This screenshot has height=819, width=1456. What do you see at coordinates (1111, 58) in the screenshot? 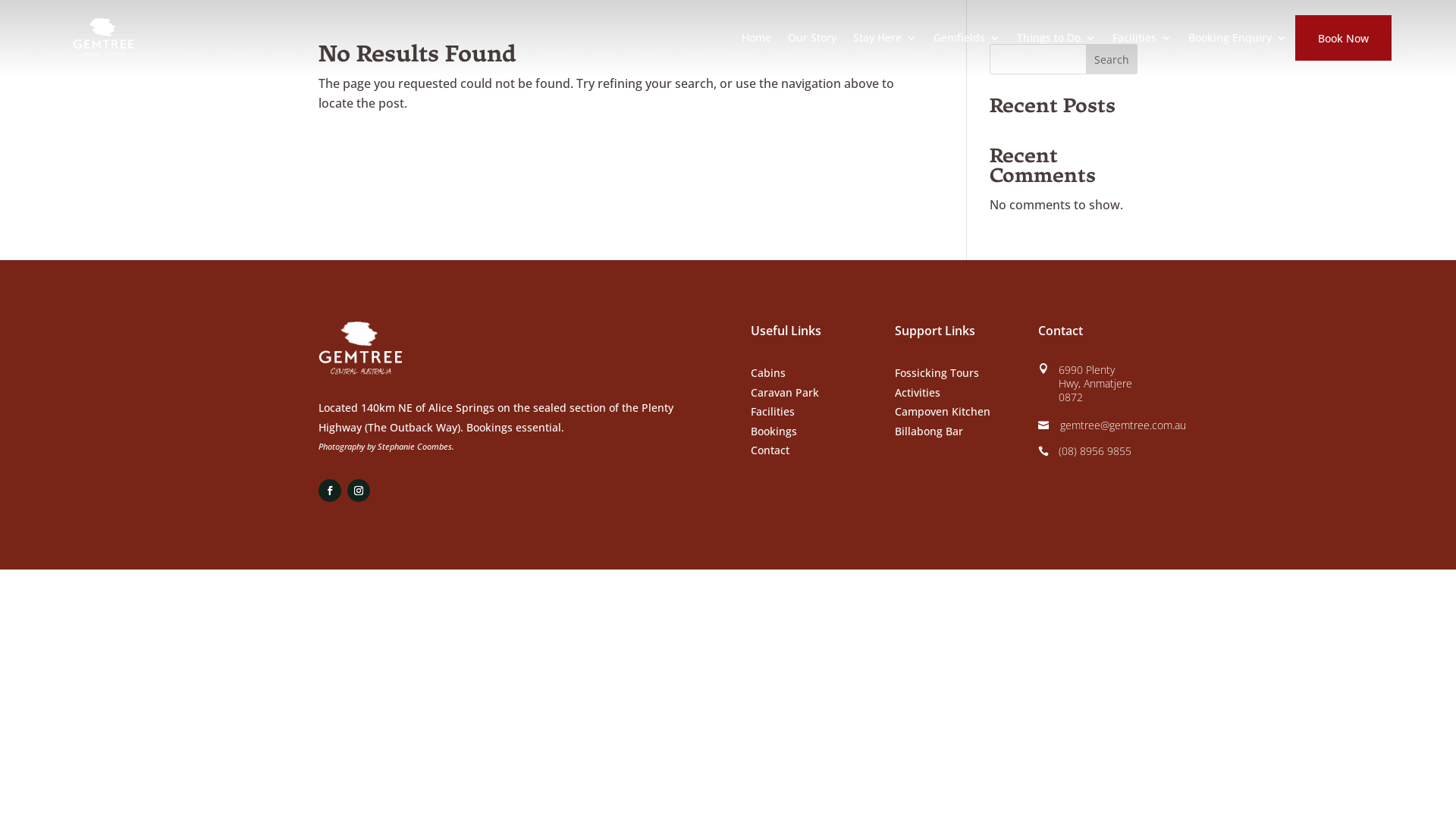
I see `'Search'` at bounding box center [1111, 58].